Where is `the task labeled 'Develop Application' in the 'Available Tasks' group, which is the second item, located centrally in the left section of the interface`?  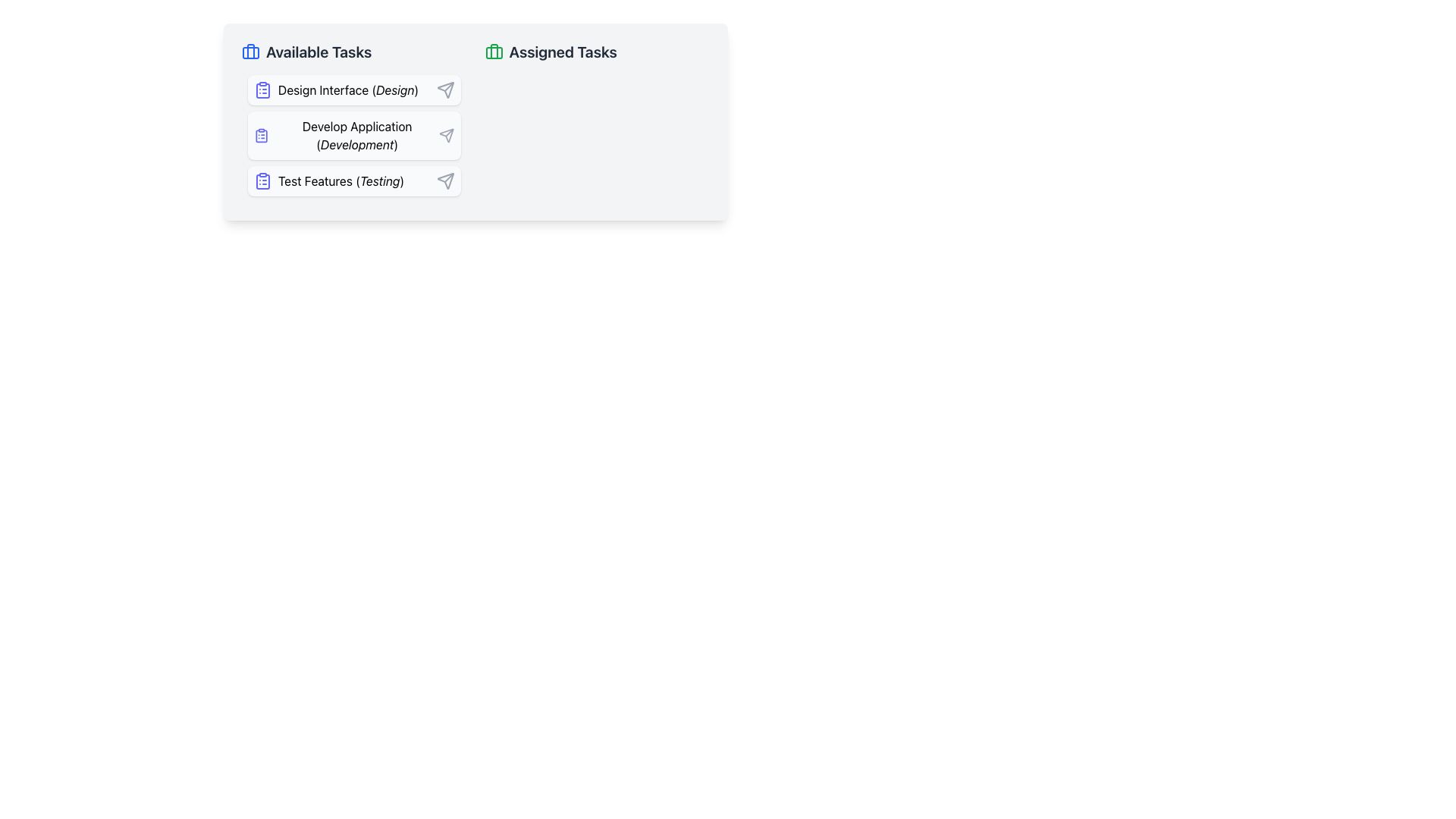 the task labeled 'Develop Application' in the 'Available Tasks' group, which is the second item, located centrally in the left section of the interface is located at coordinates (346, 134).